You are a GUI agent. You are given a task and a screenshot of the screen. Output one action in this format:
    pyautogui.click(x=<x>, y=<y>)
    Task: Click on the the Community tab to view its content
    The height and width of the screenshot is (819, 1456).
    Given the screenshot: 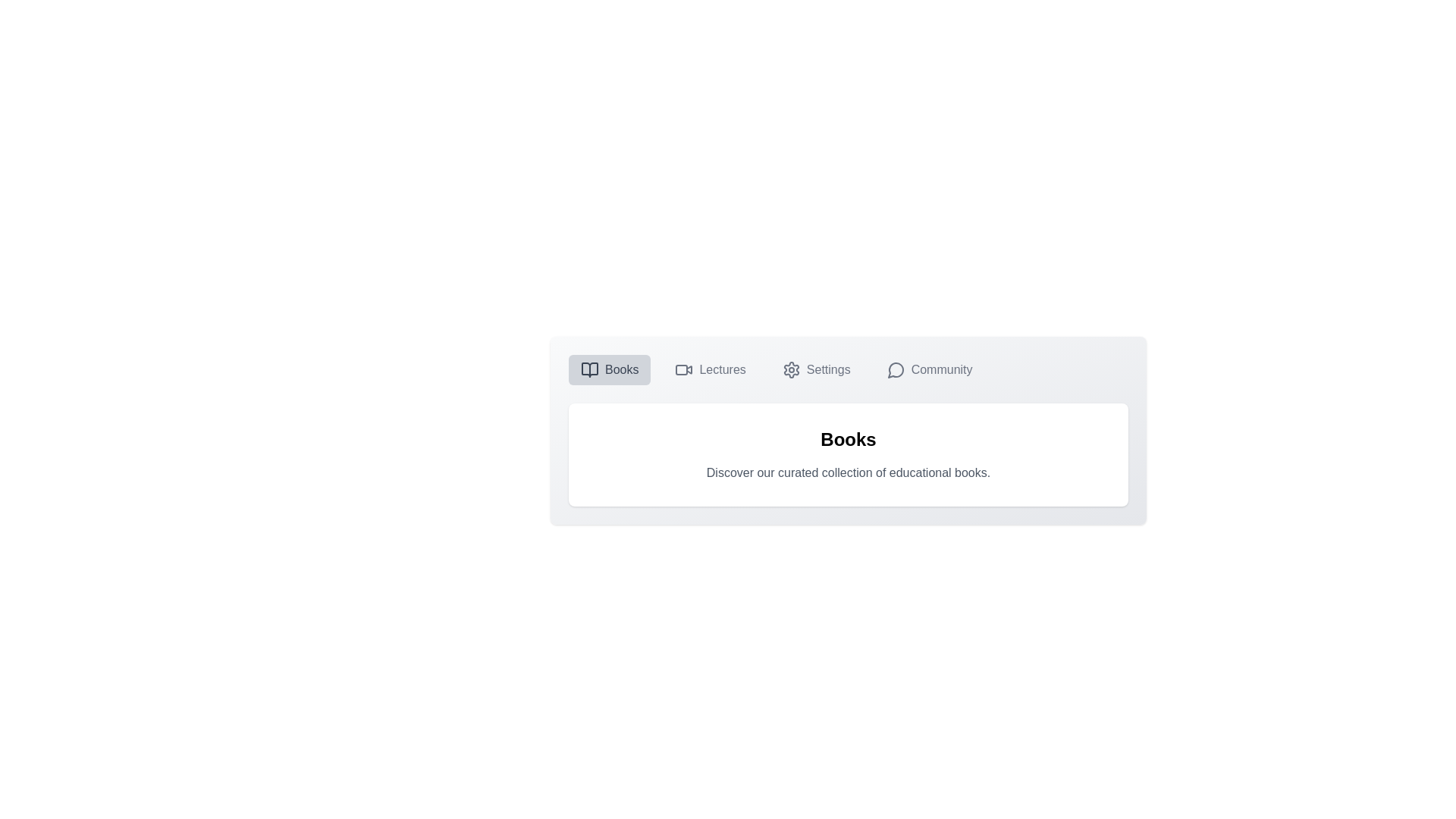 What is the action you would take?
    pyautogui.click(x=928, y=370)
    